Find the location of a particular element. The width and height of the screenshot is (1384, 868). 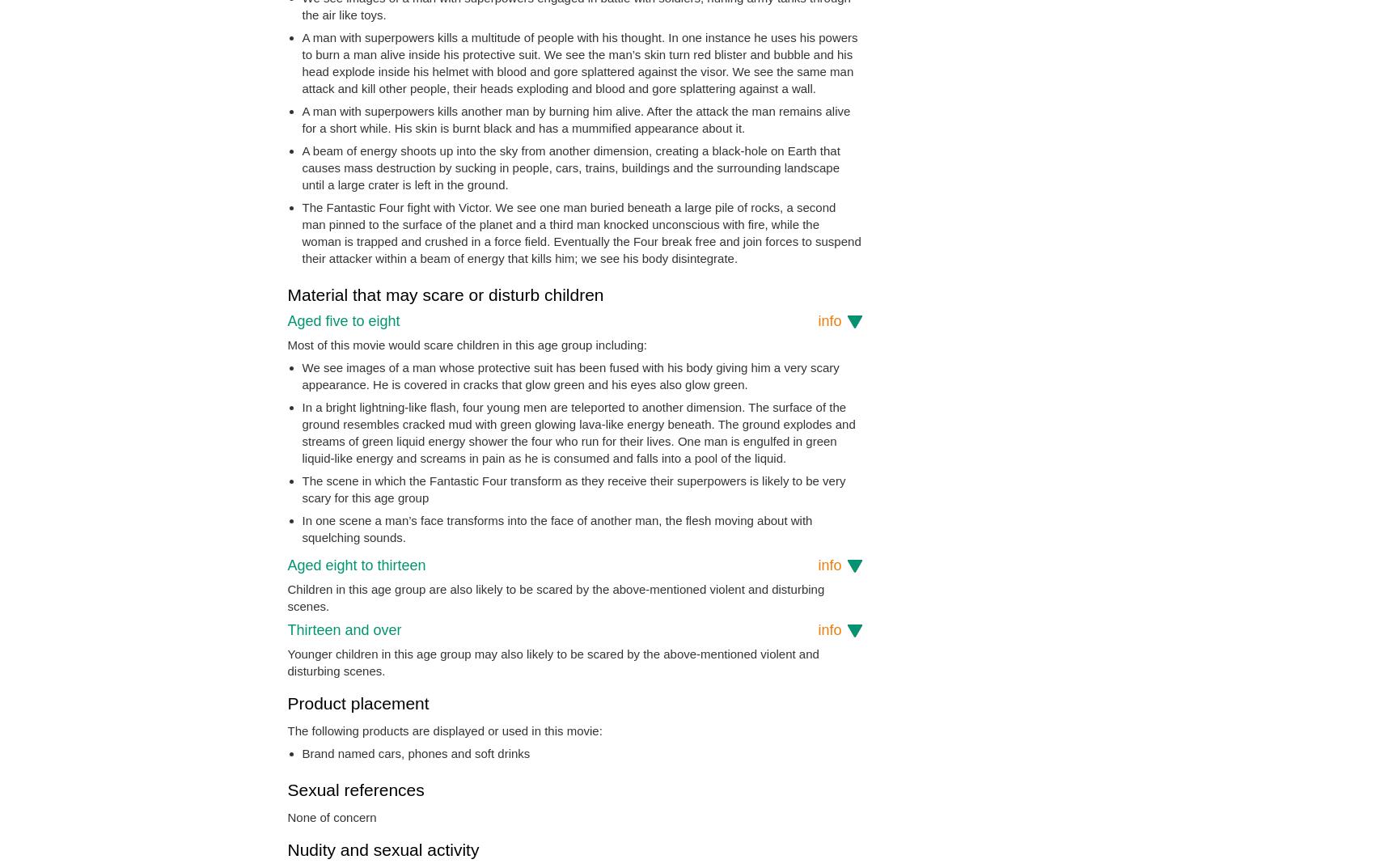

'A man with superpowers kills a multitude of people with his thought. In one instance he uses his powers to burn a man alive inside his protective suit. We see the man’s skin turn red blister and bubble and his head explode inside his helmet with blood and gore splattered against the visor. We see the same man attack and kill other people, their heads exploding and blood and gore splattering against a wall.' is located at coordinates (301, 62).